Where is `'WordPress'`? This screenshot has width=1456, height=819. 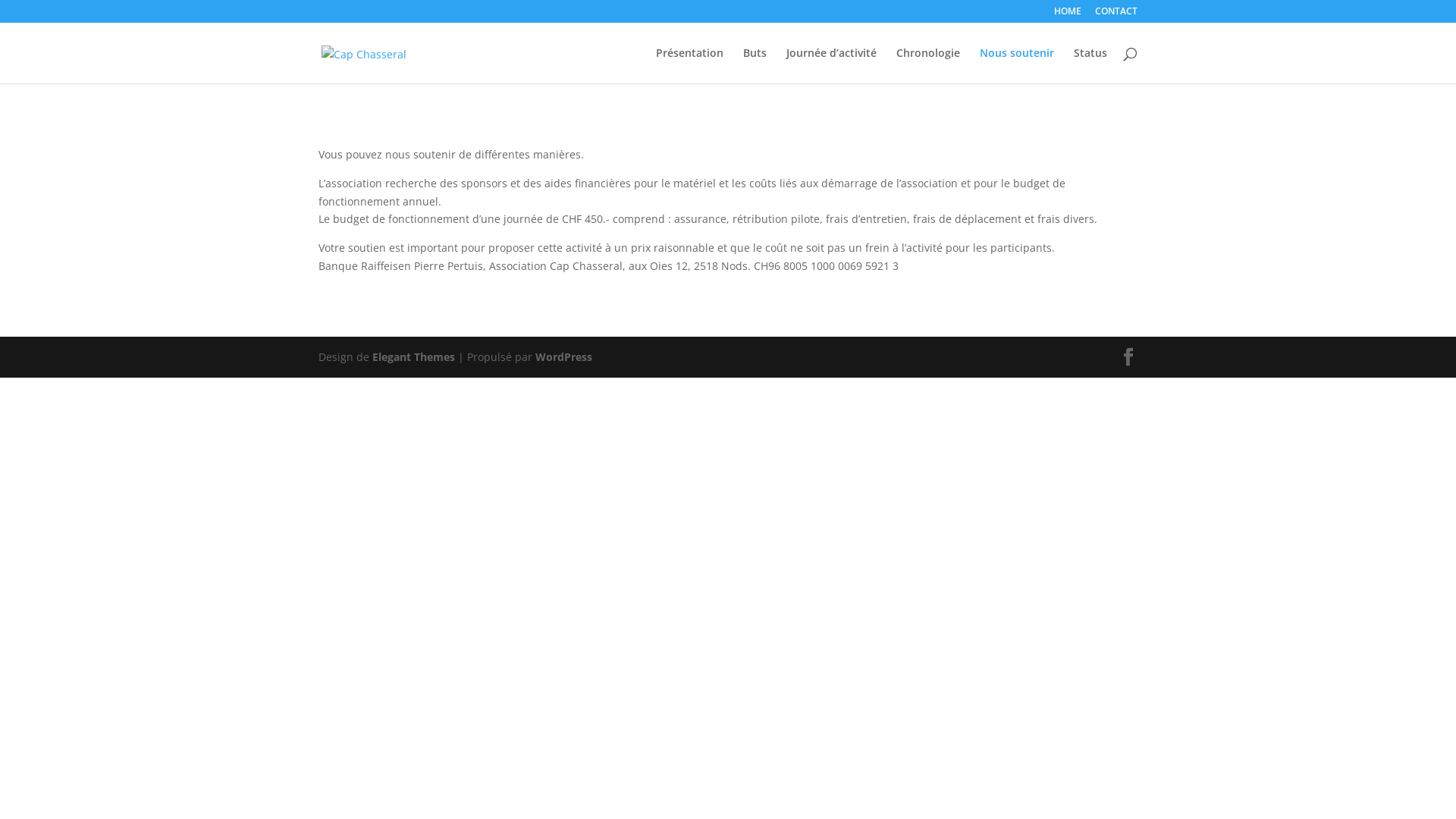
'WordPress' is located at coordinates (563, 356).